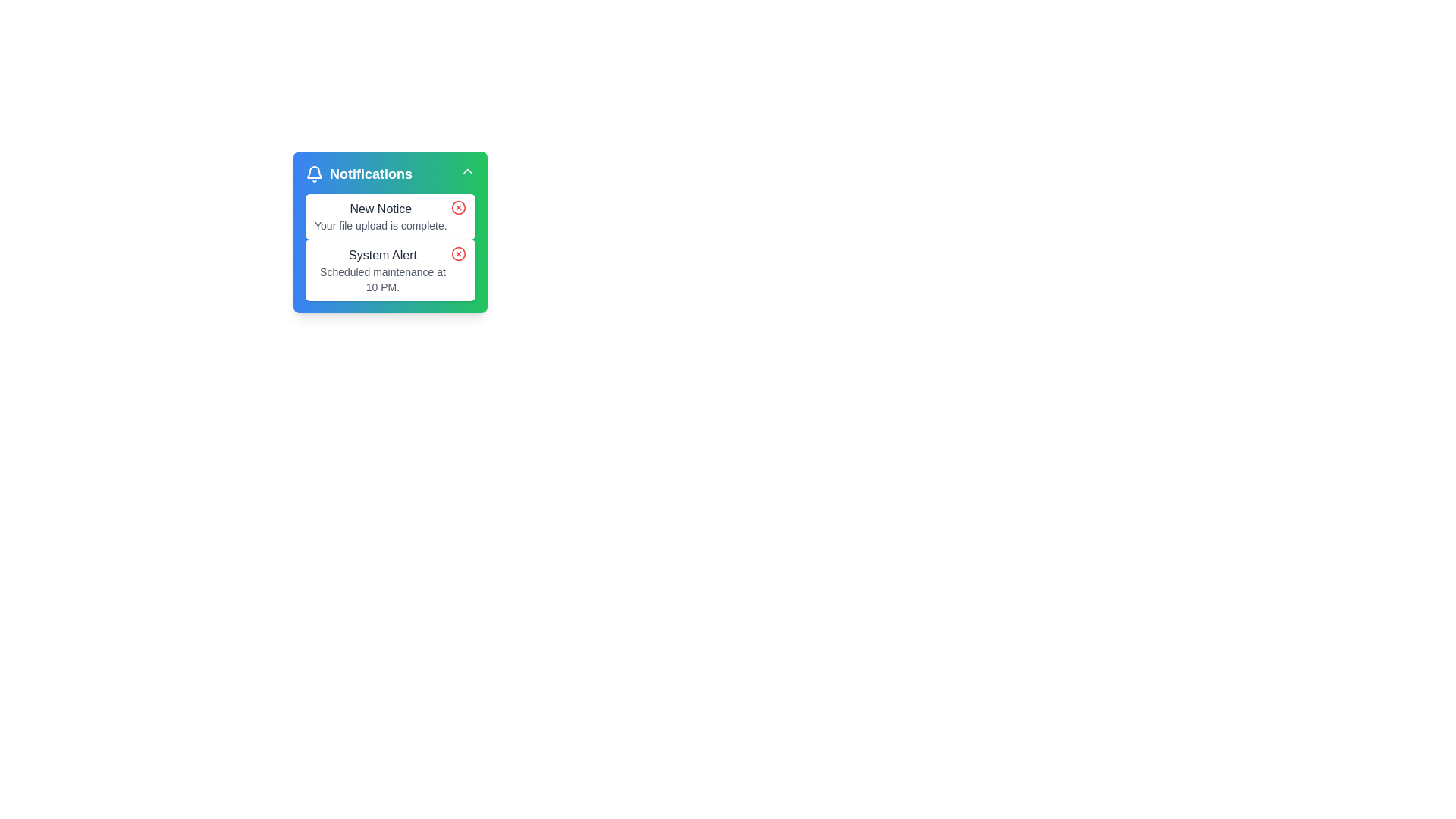 The width and height of the screenshot is (1456, 819). I want to click on the text component displaying 'Scheduled maintenance at 10 PM.' located under the 'System Alert' heading in the notification box, so click(382, 280).